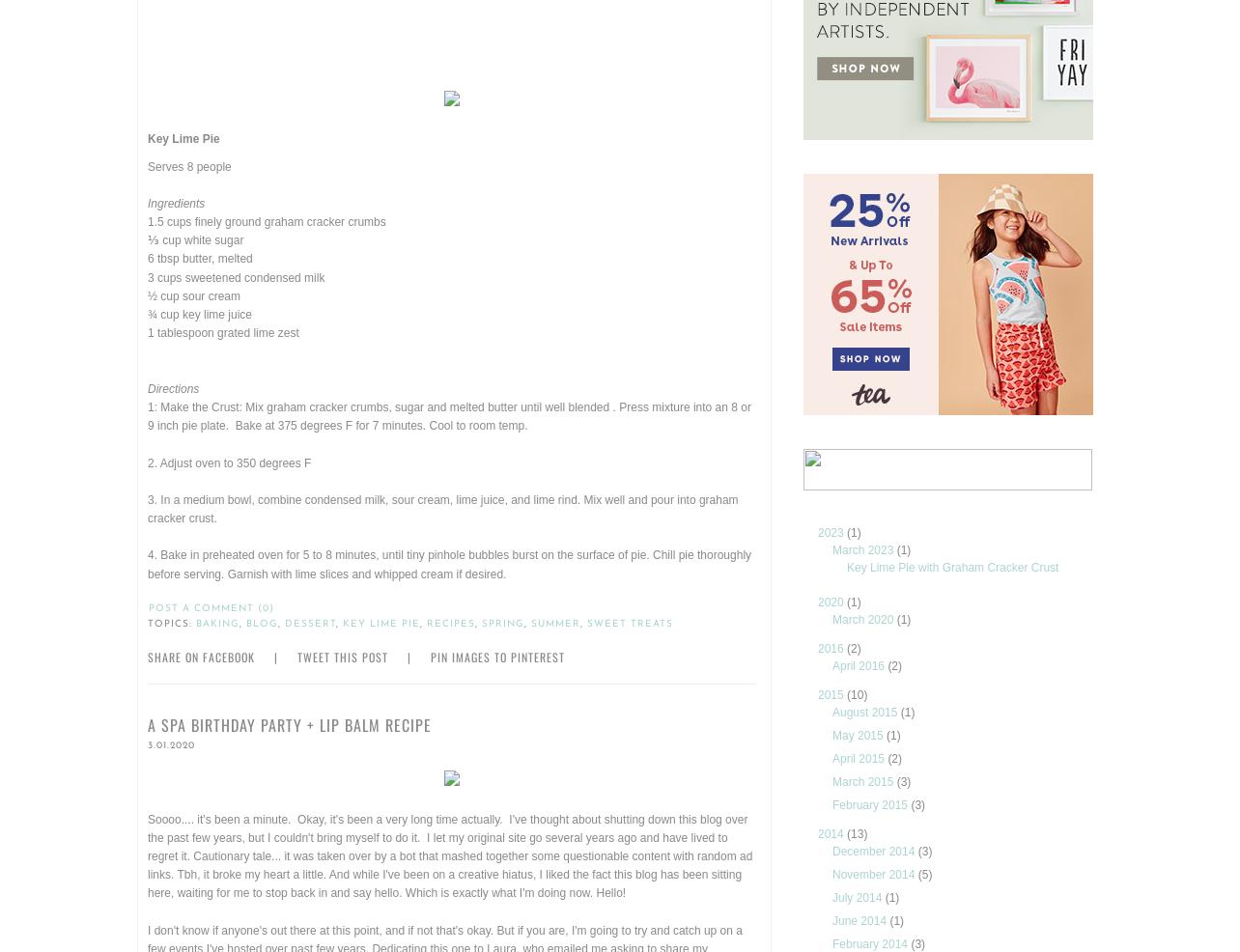 The height and width of the screenshot is (952, 1240). I want to click on 'Baking', so click(216, 623).